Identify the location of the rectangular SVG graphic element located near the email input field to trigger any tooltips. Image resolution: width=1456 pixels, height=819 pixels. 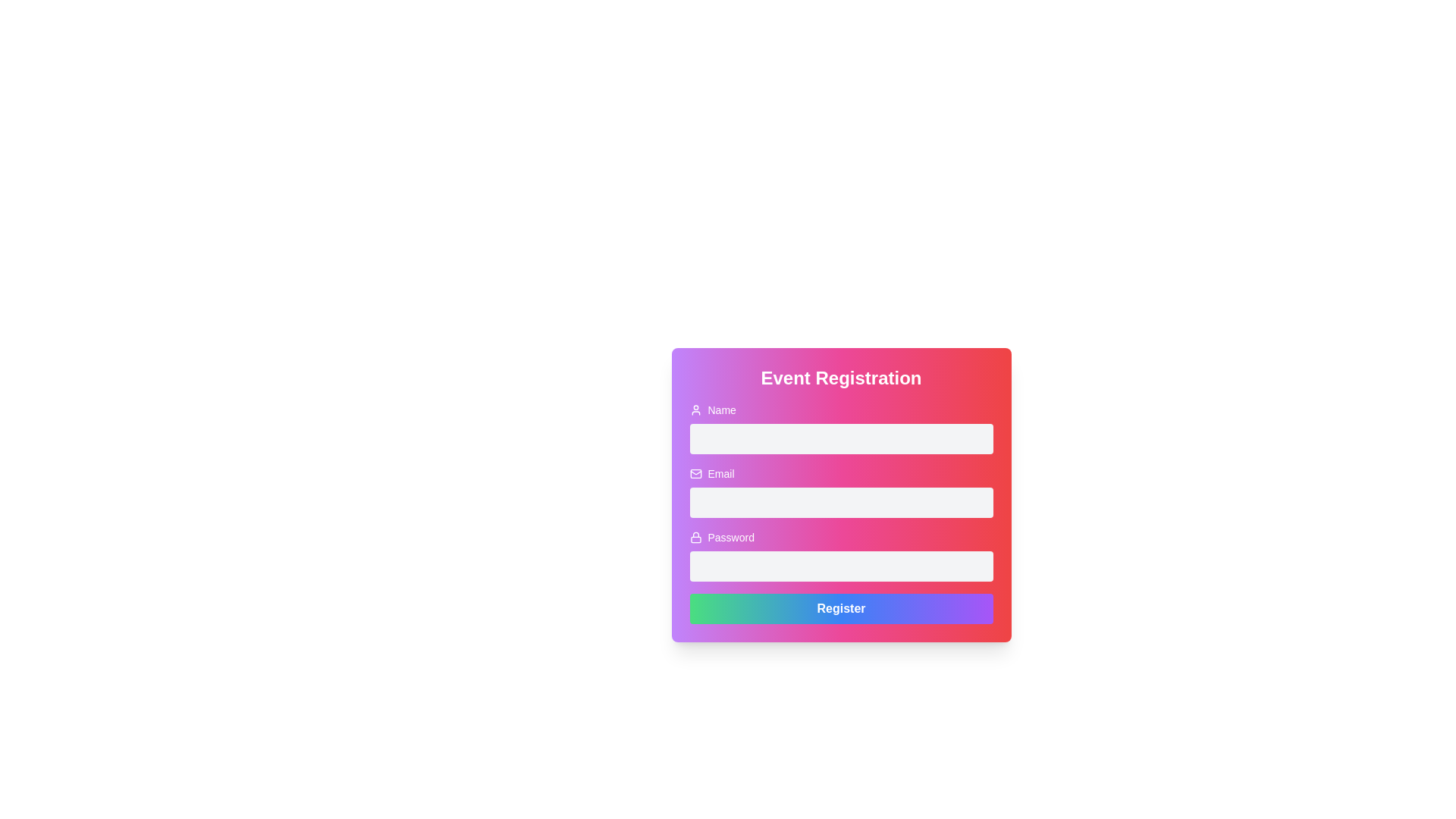
(695, 472).